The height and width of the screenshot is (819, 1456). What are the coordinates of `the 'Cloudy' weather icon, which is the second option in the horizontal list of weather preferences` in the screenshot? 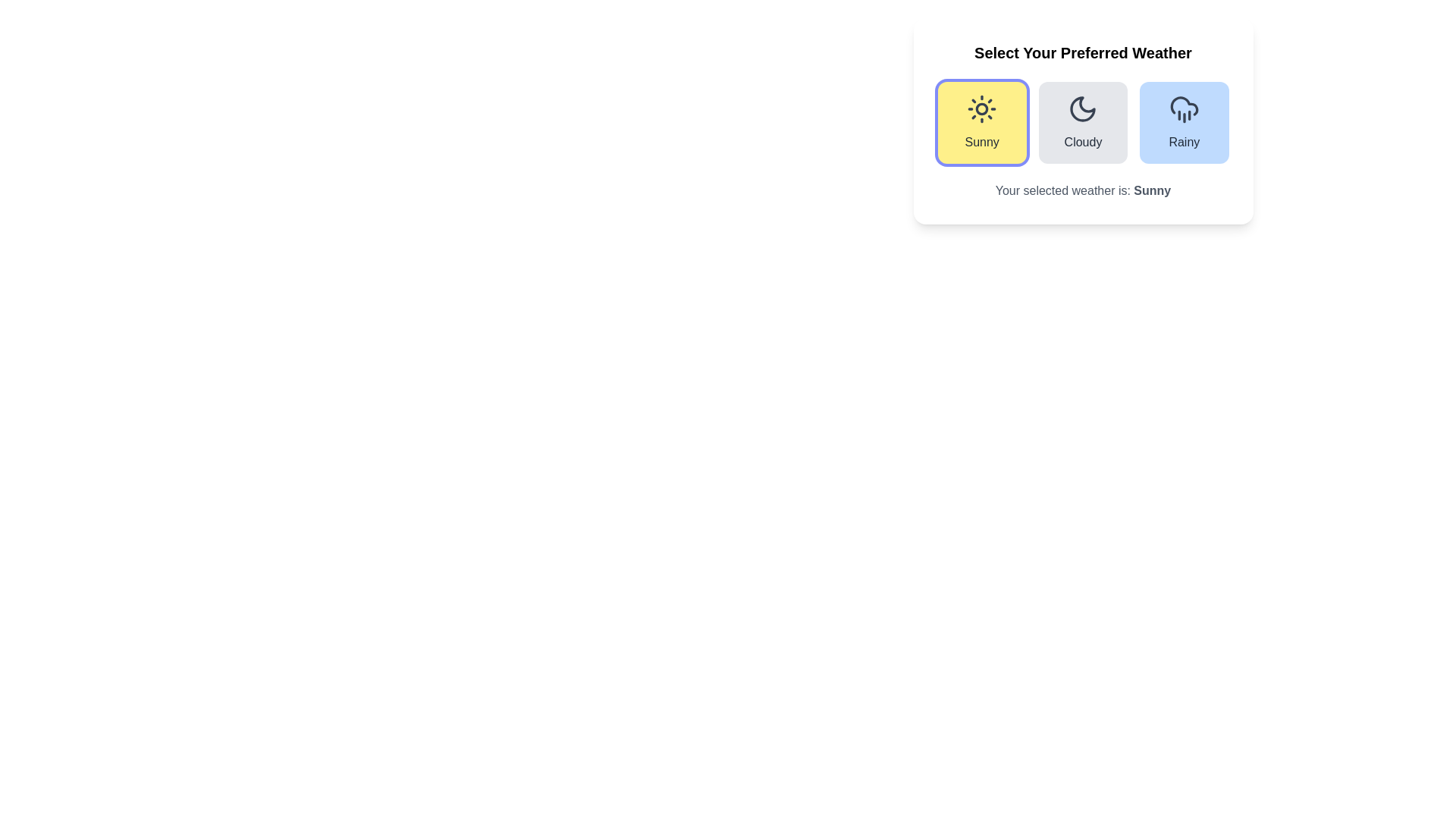 It's located at (1082, 108).